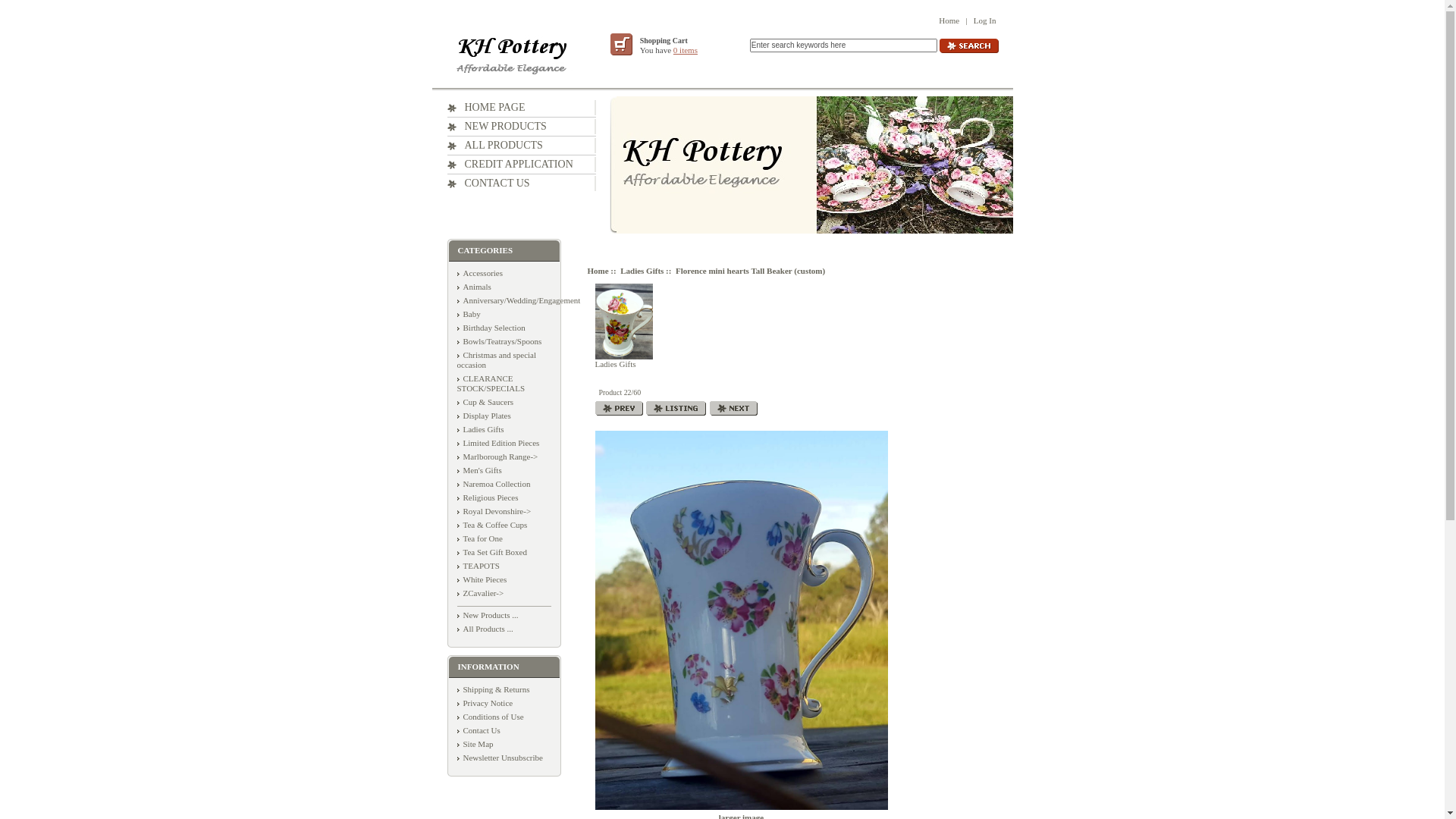 The image size is (1456, 819). What do you see at coordinates (518, 300) in the screenshot?
I see `'Anniversary/Wedding/Engagement'` at bounding box center [518, 300].